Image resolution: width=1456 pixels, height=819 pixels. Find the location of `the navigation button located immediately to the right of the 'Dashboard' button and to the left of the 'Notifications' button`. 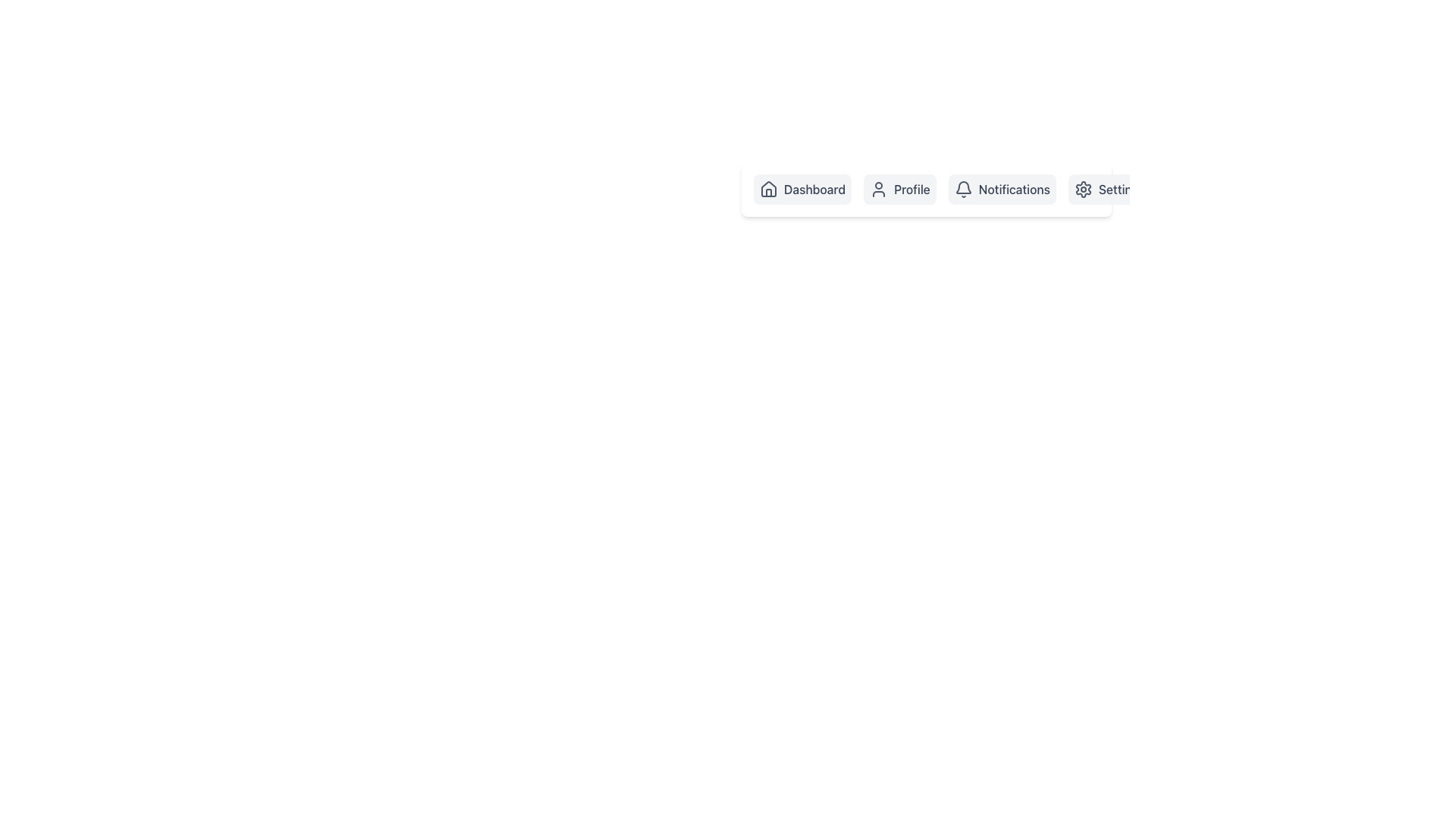

the navigation button located immediately to the right of the 'Dashboard' button and to the left of the 'Notifications' button is located at coordinates (899, 189).